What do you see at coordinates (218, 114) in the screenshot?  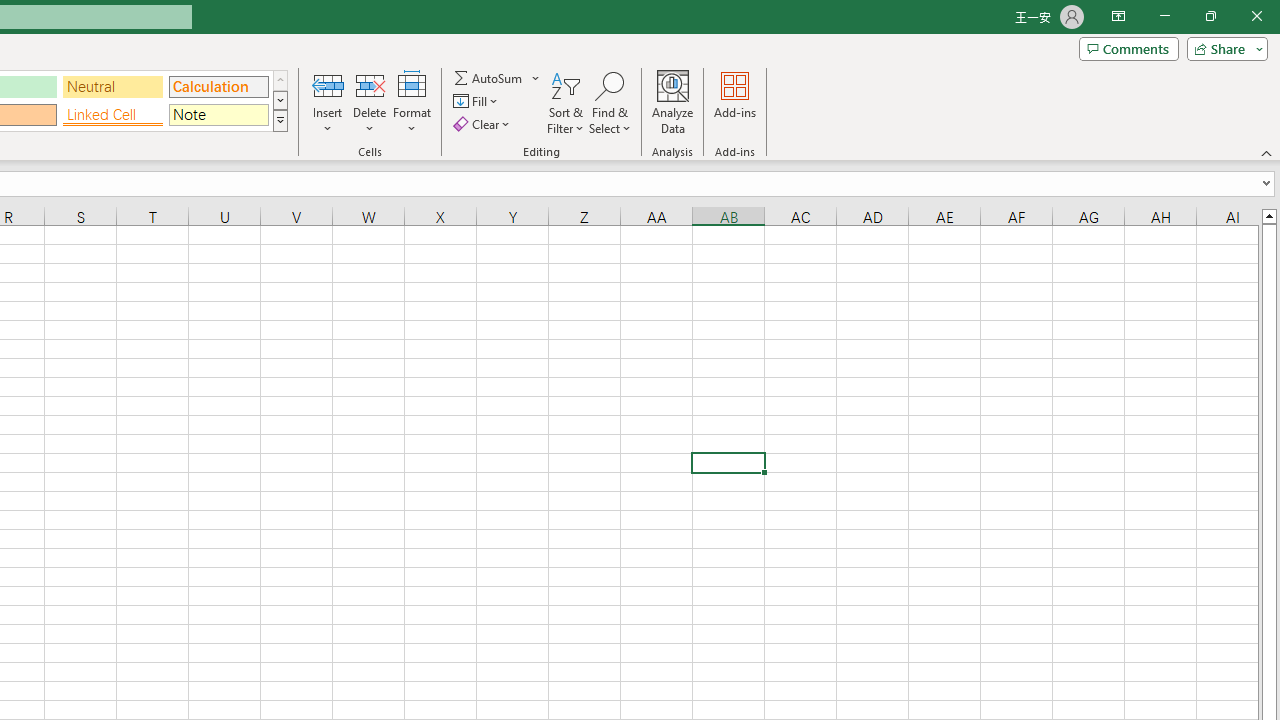 I see `'Note'` at bounding box center [218, 114].